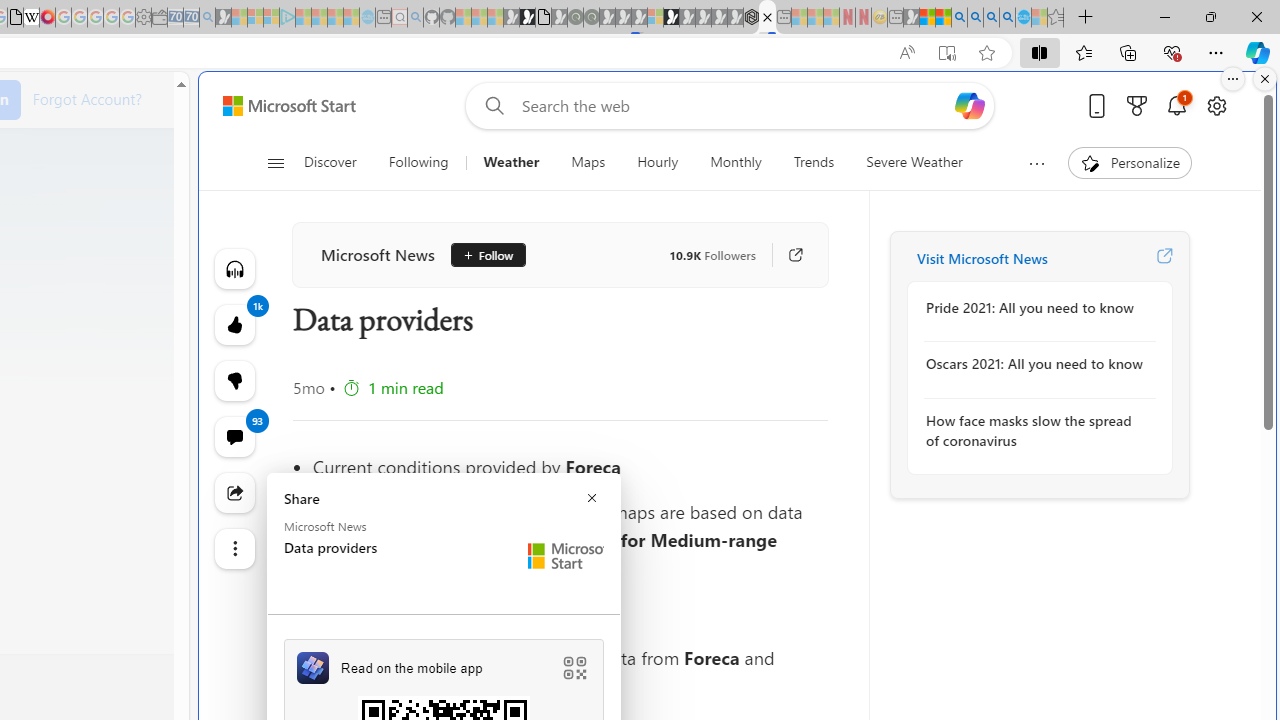 The height and width of the screenshot is (720, 1280). I want to click on 'Share this story', so click(234, 492).